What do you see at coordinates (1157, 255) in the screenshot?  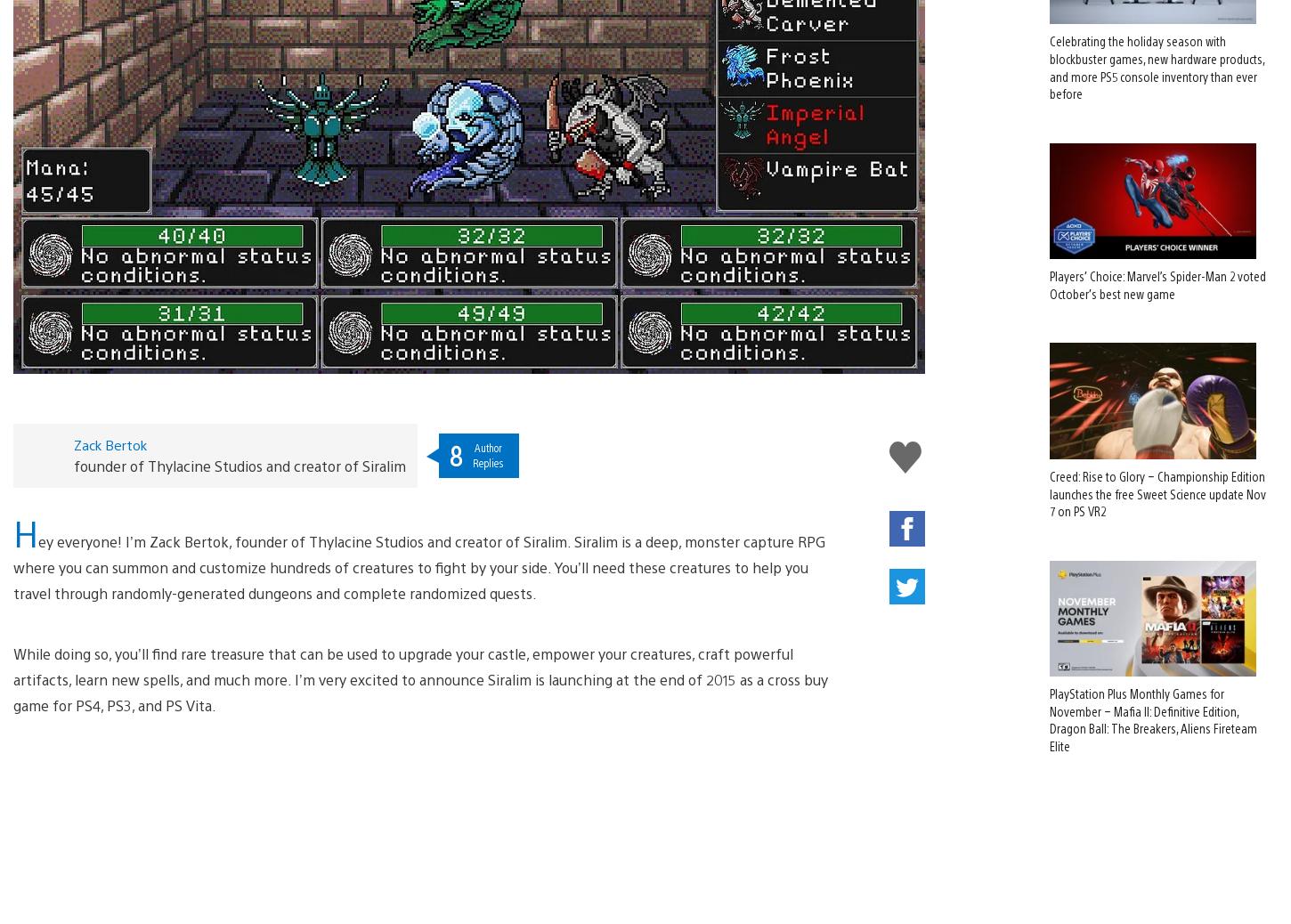 I see `'Players’ Choice: Marvel’s Spider-Man 2 voted October’s best new game'` at bounding box center [1157, 255].